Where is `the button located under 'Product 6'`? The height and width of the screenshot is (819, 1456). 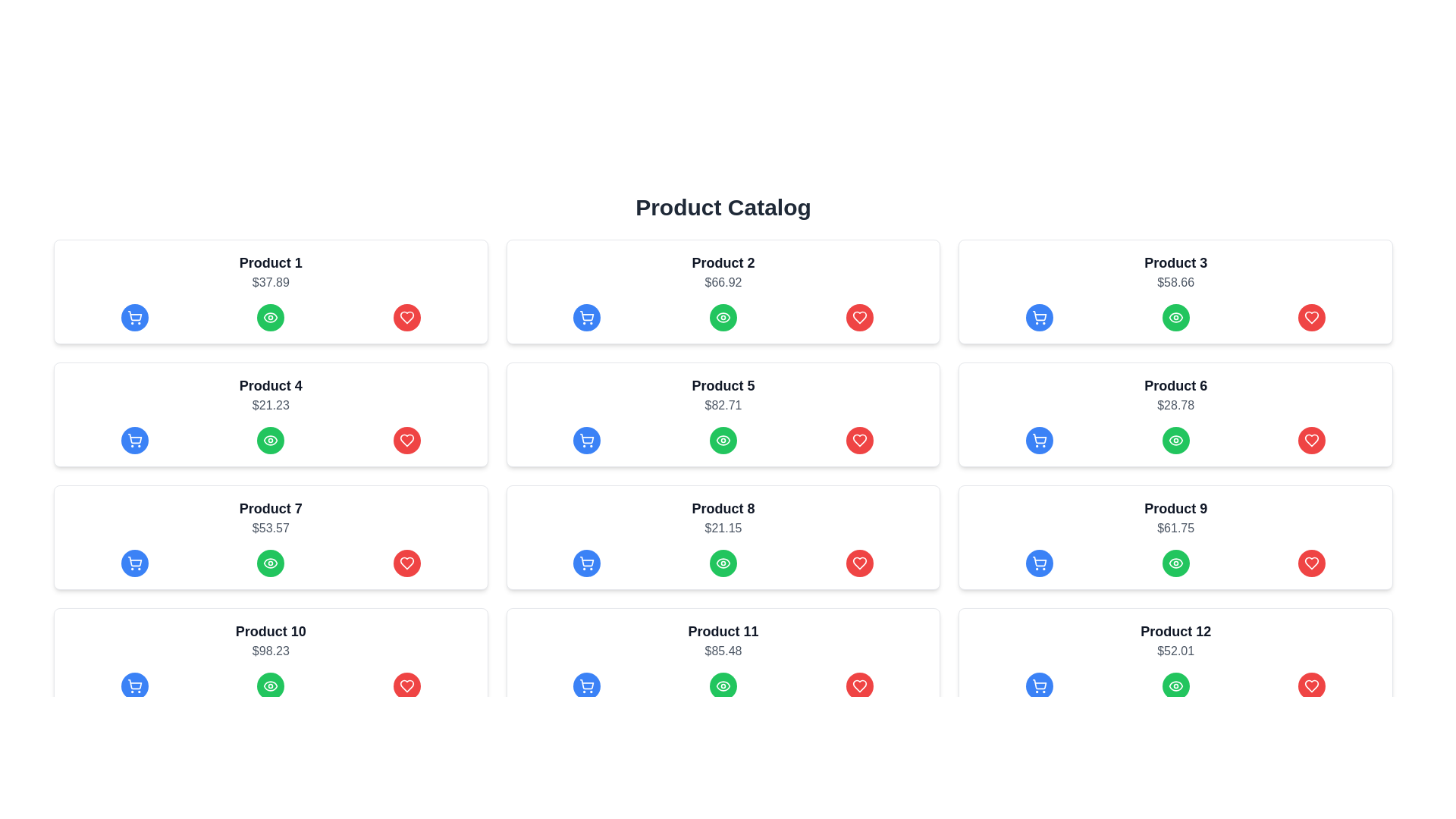 the button located under 'Product 6' is located at coordinates (1175, 441).